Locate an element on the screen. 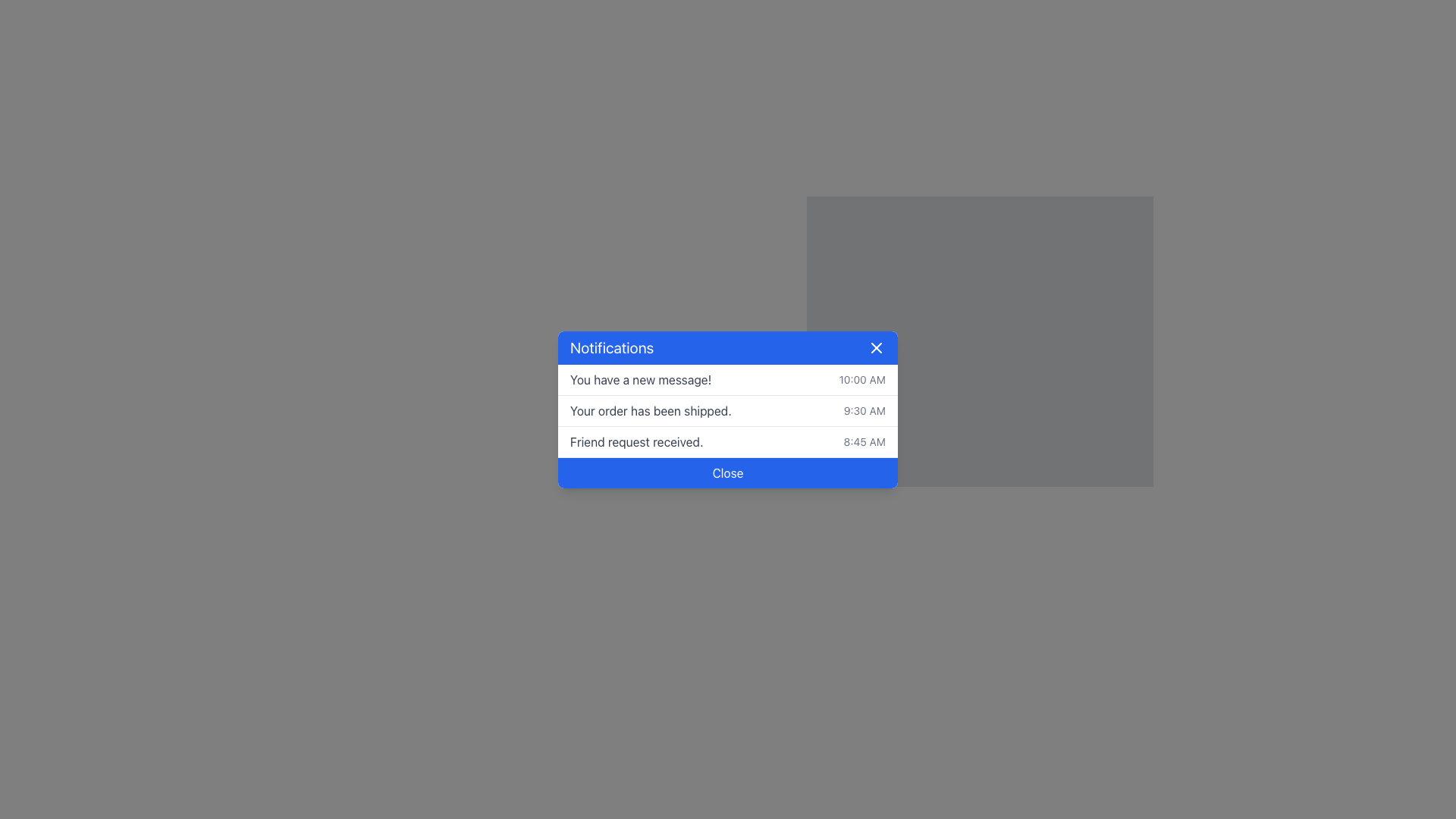 This screenshot has height=819, width=1456. the blue rectangular 'Close' button with rounded bottom corners at the bottom of the notification dialog is located at coordinates (728, 472).